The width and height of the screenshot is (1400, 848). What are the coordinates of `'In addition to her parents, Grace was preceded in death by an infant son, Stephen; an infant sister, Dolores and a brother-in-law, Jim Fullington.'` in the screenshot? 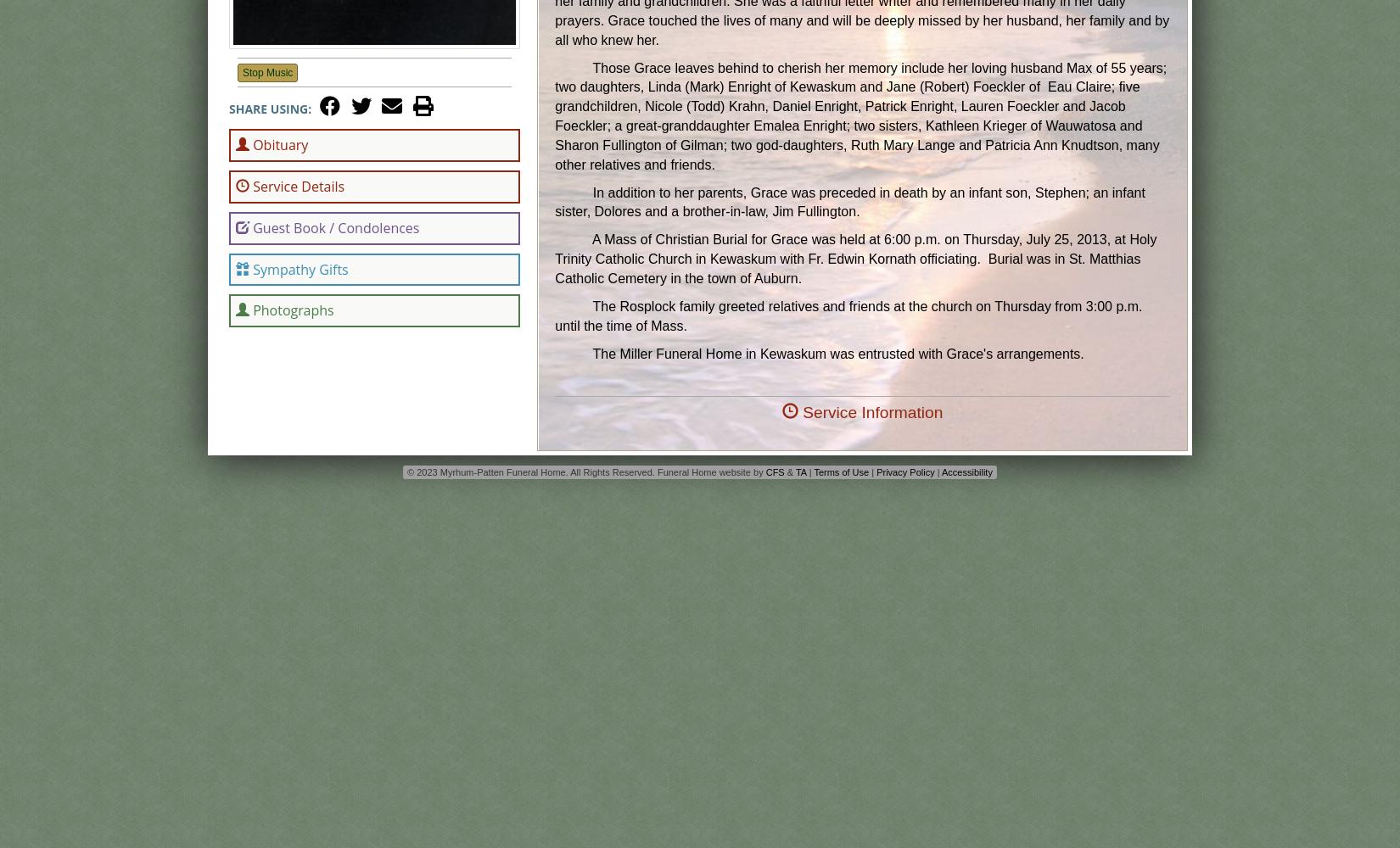 It's located at (849, 201).